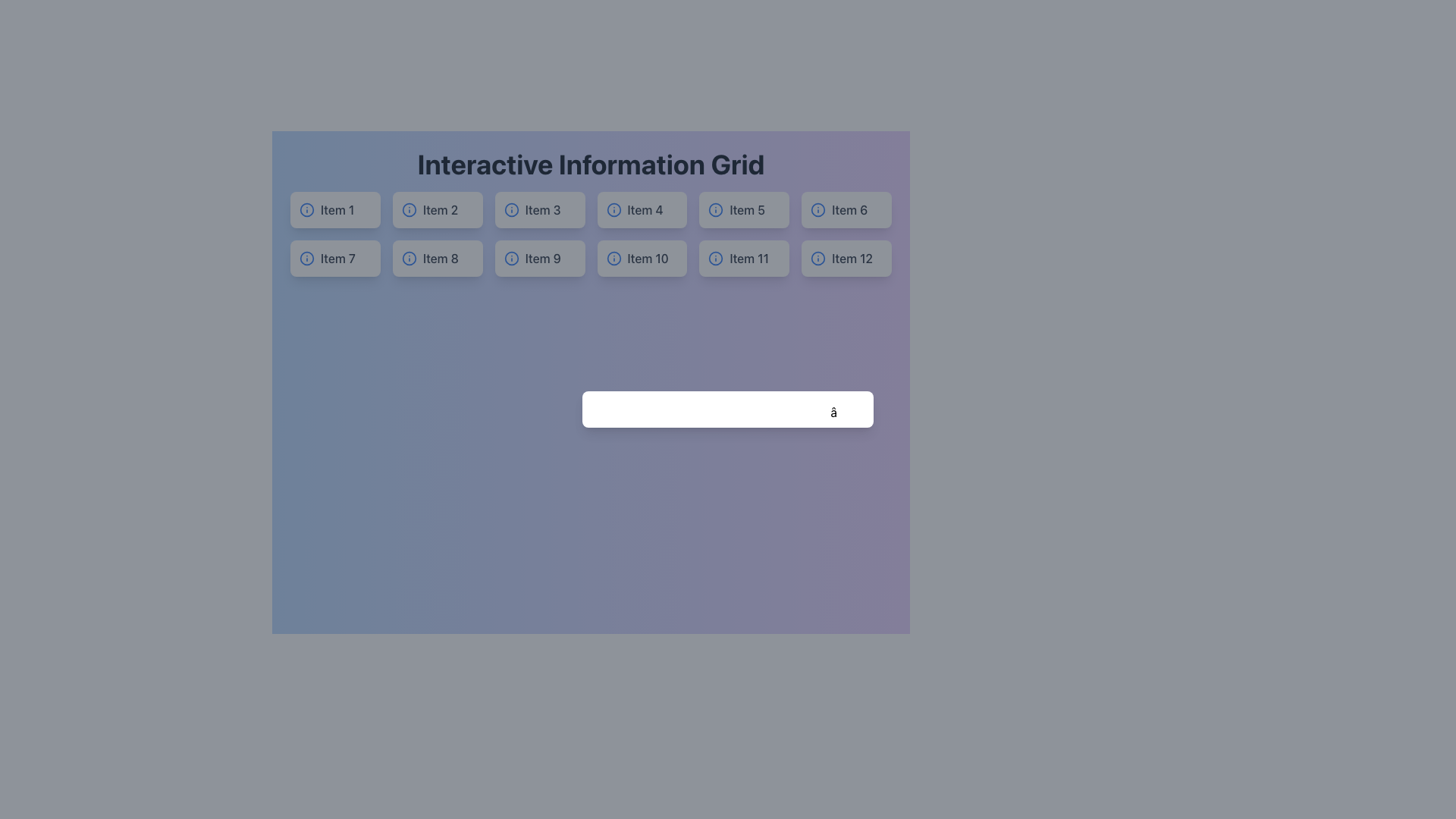 This screenshot has width=1456, height=819. What do you see at coordinates (715, 257) in the screenshot?
I see `the Decorative SVG circle with a blue outline and transparent center, which is part of the icon labeled 'Item 11', located on the second row, second column from the right in the grid` at bounding box center [715, 257].